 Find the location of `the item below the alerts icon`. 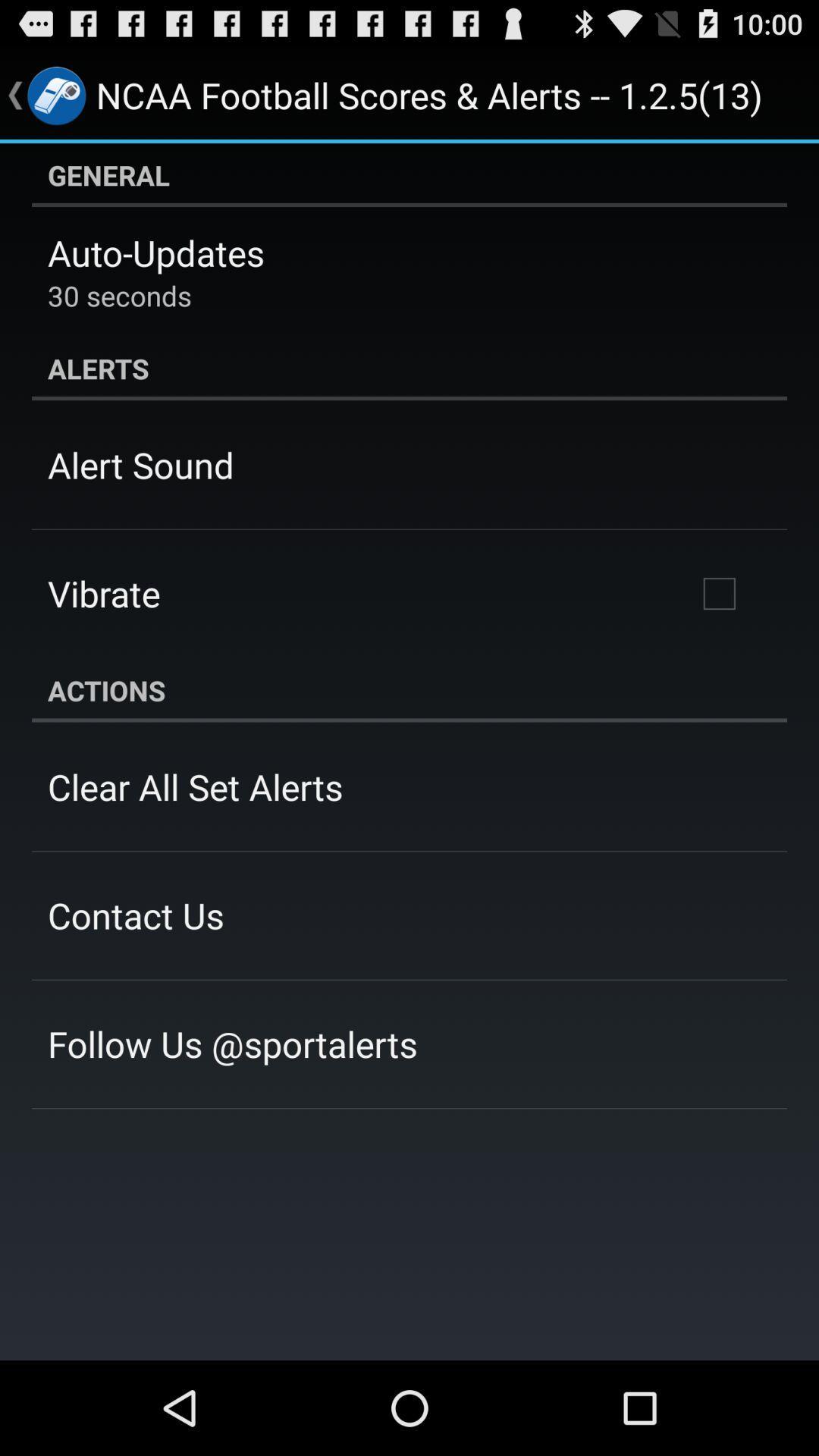

the item below the alerts icon is located at coordinates (718, 592).